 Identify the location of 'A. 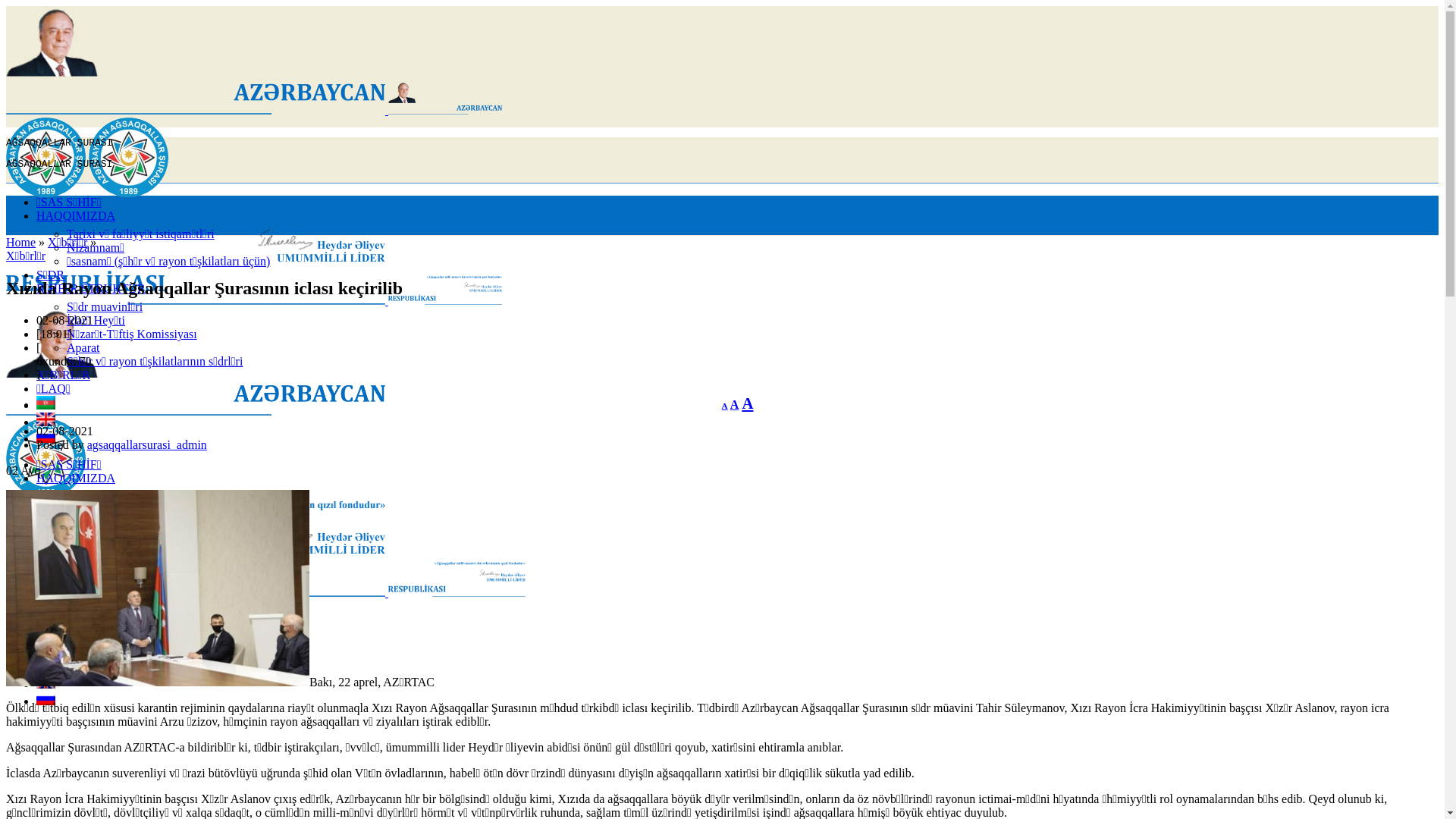
(730, 403).